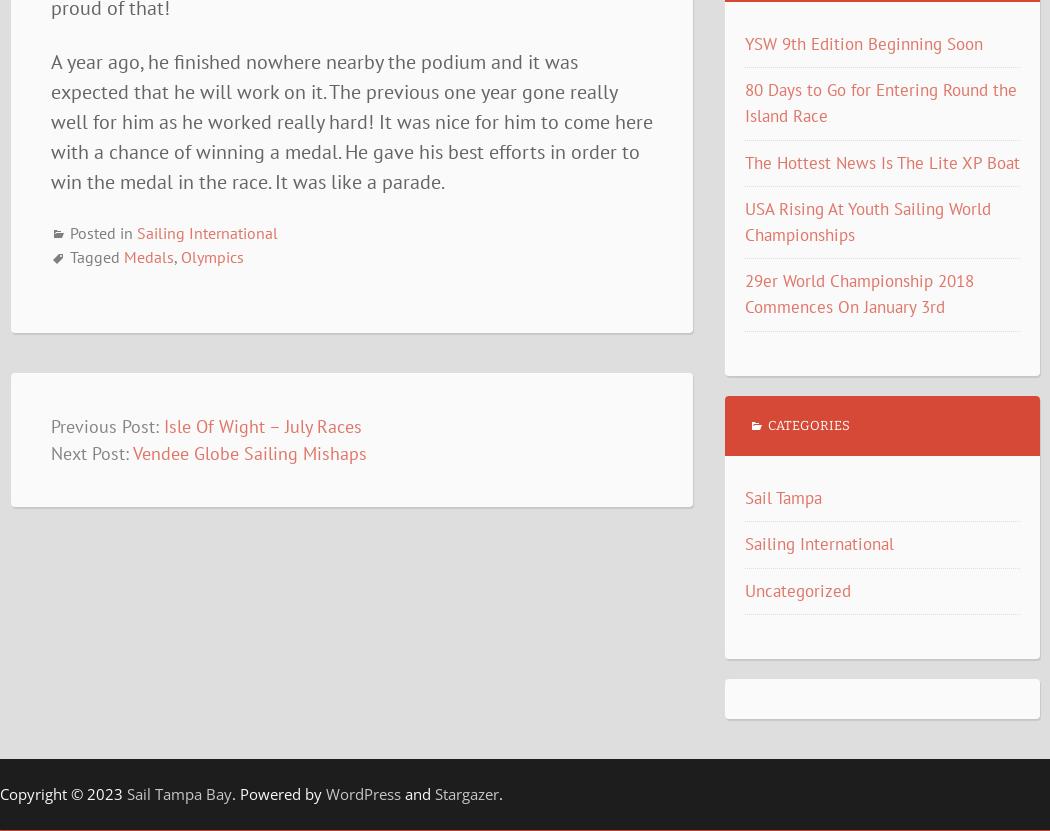  What do you see at coordinates (862, 42) in the screenshot?
I see `'YSW 9th Edition Beginning Soon'` at bounding box center [862, 42].